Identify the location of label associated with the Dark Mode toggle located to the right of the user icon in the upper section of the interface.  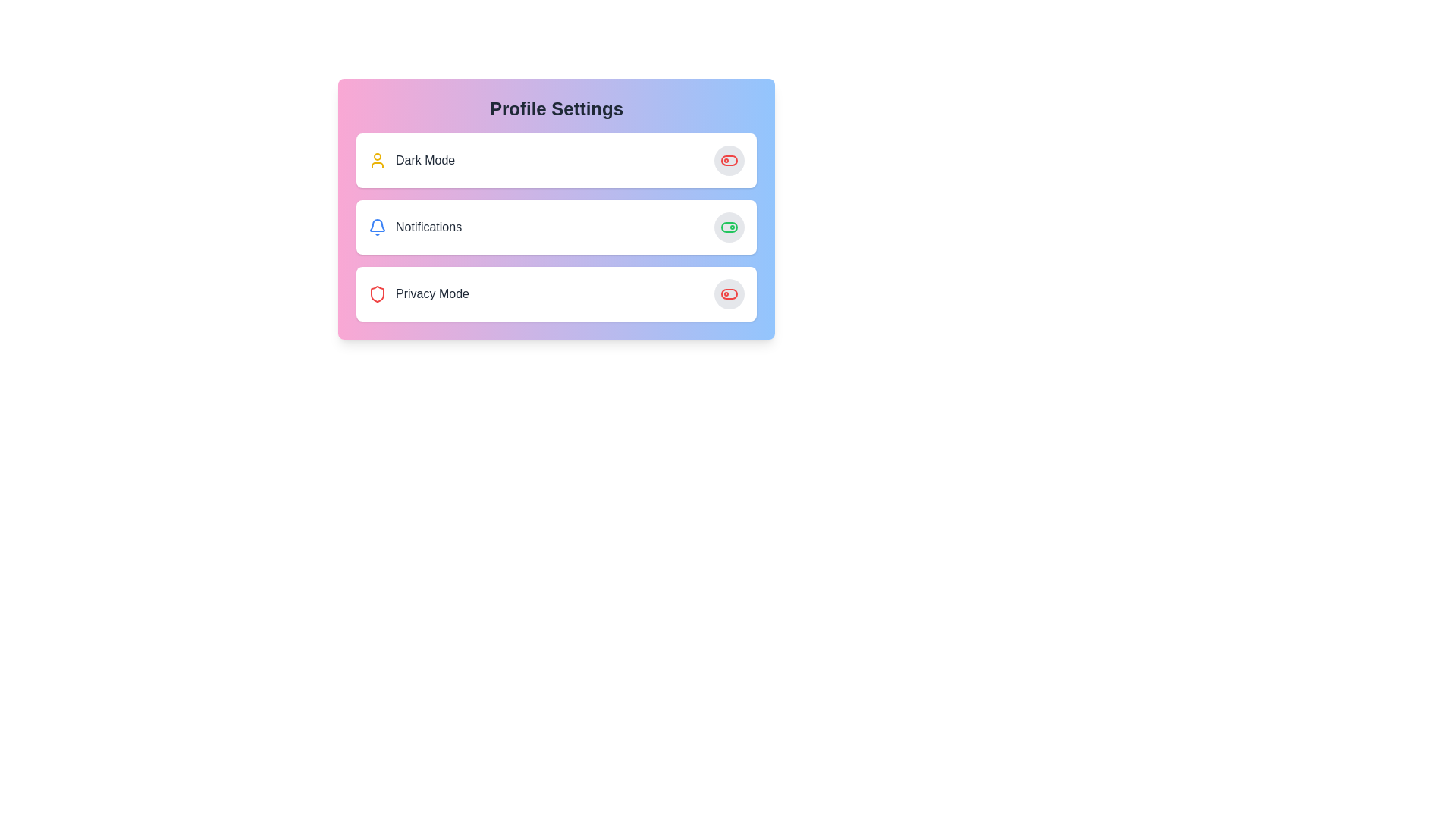
(425, 161).